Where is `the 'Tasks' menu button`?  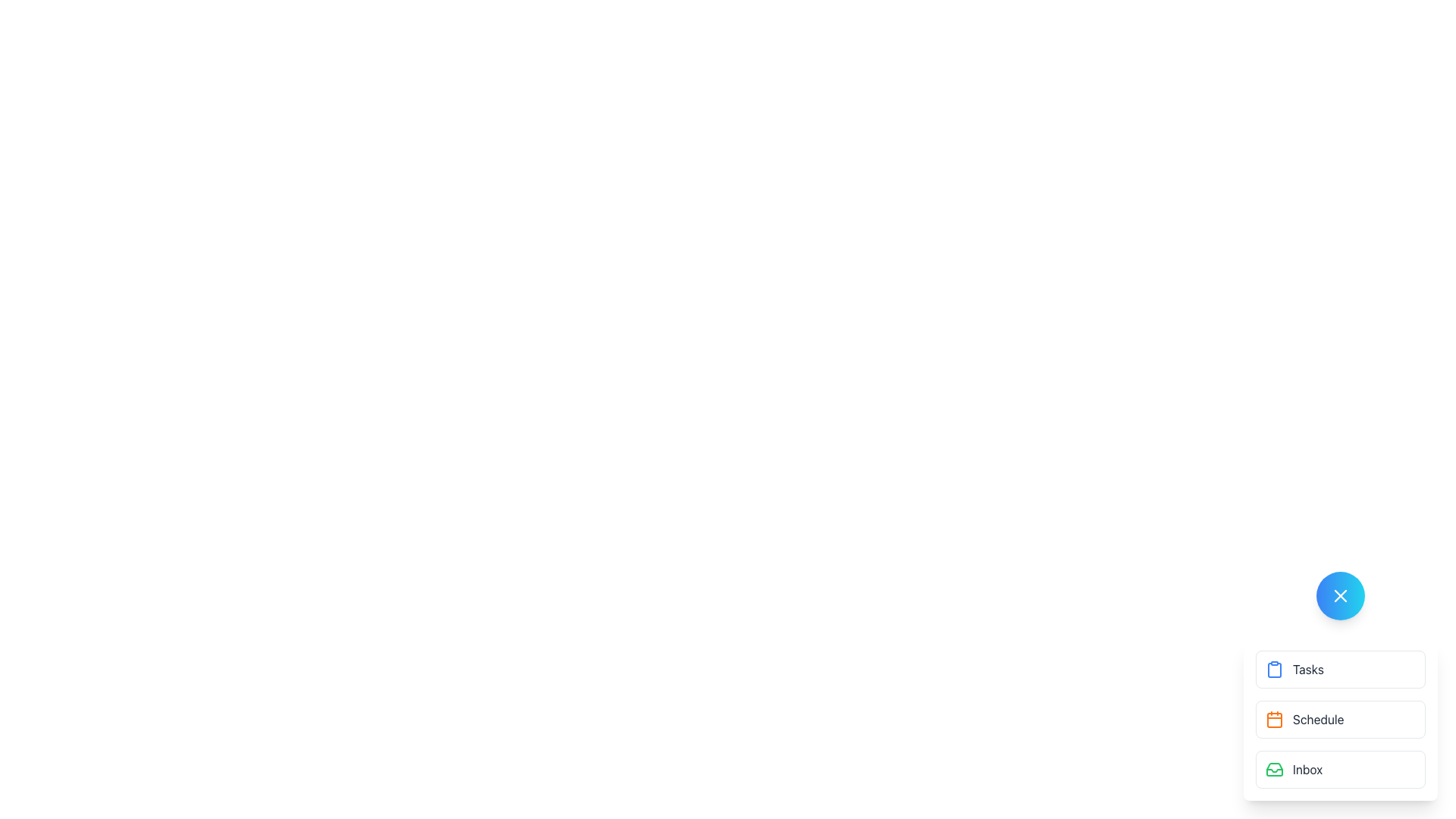 the 'Tasks' menu button is located at coordinates (1340, 669).